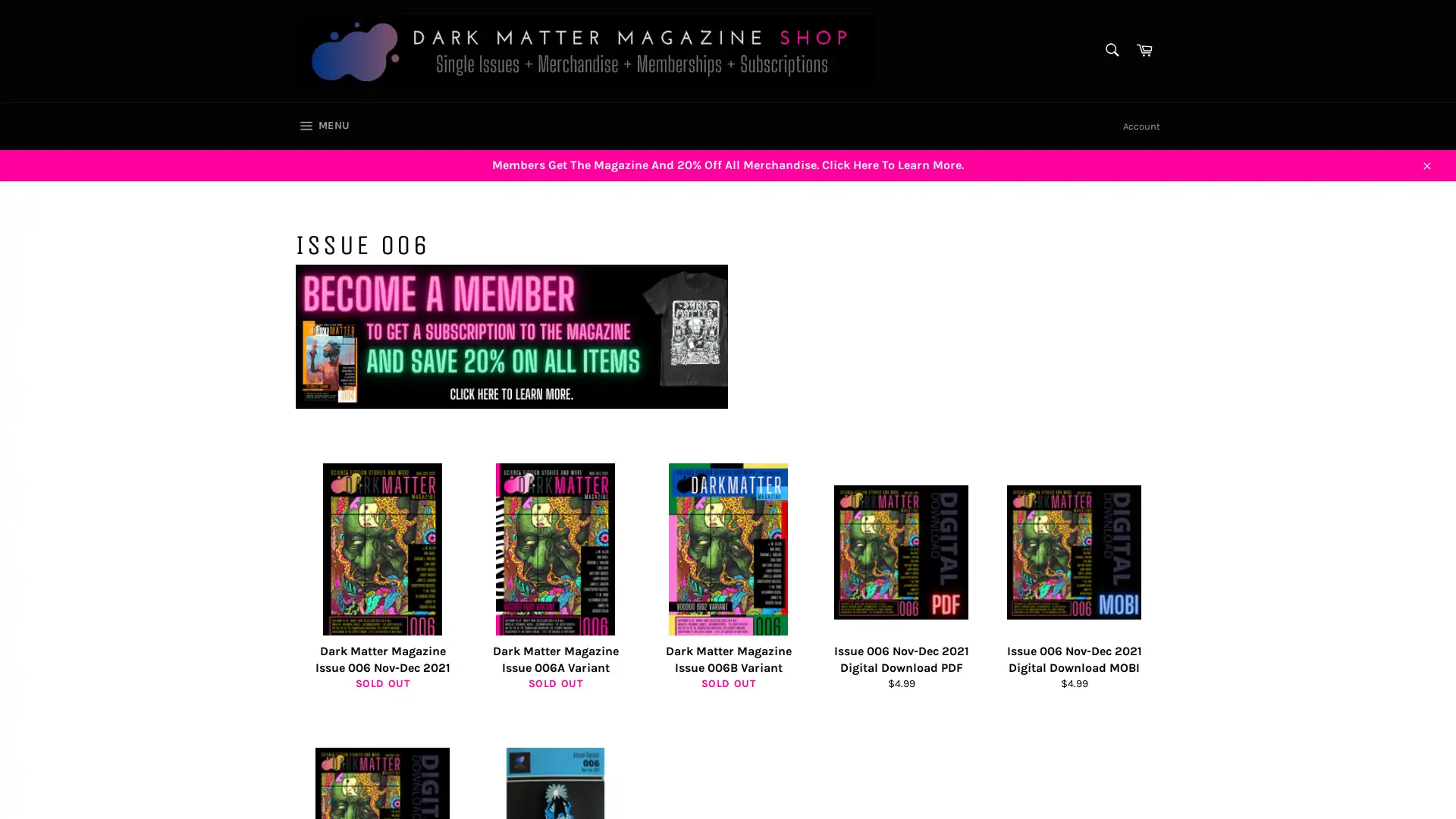 This screenshot has height=819, width=1456. Describe the element at coordinates (1110, 49) in the screenshot. I see `Search` at that location.